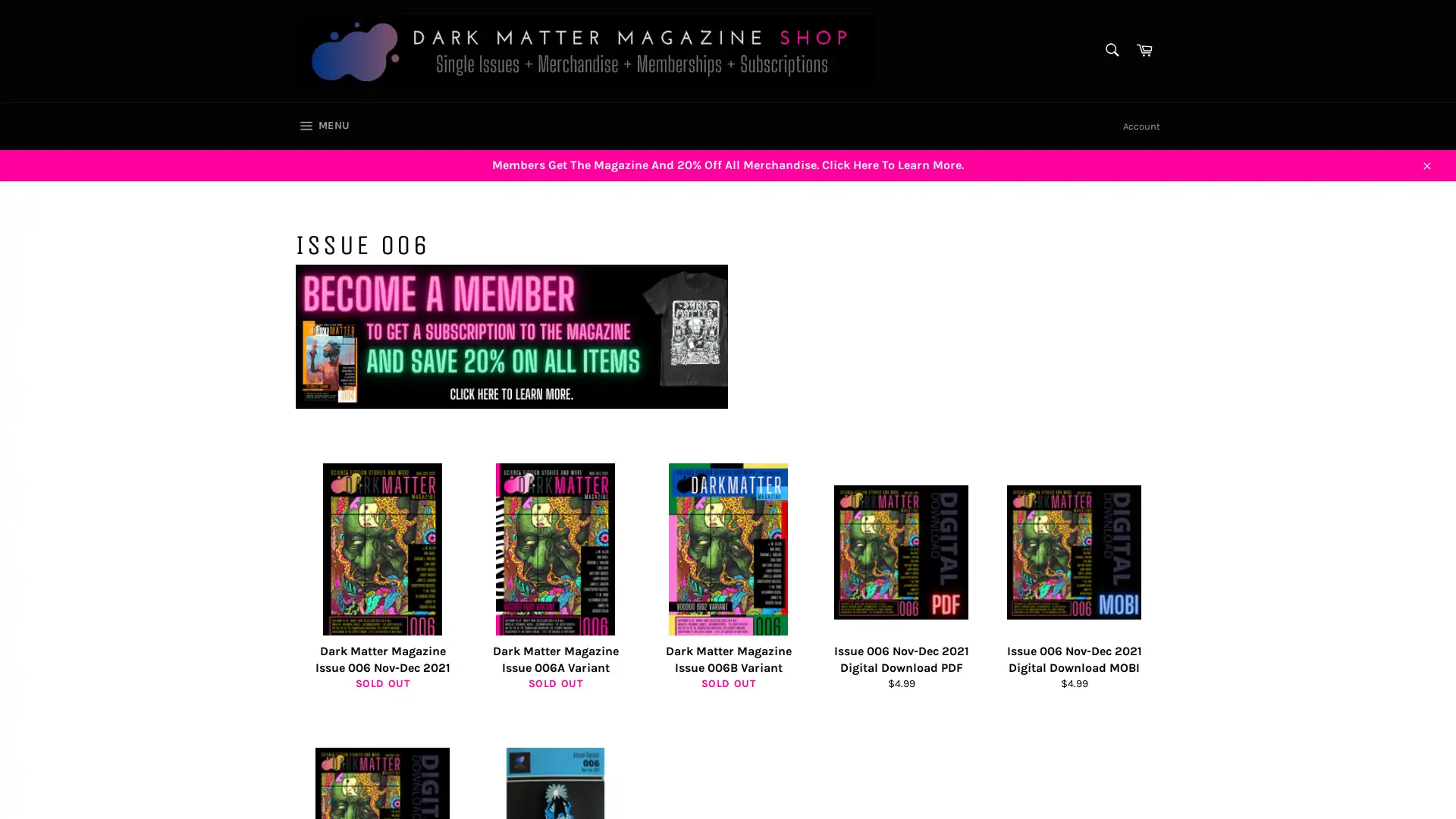 This screenshot has height=819, width=1456. Describe the element at coordinates (1110, 49) in the screenshot. I see `Search` at that location.